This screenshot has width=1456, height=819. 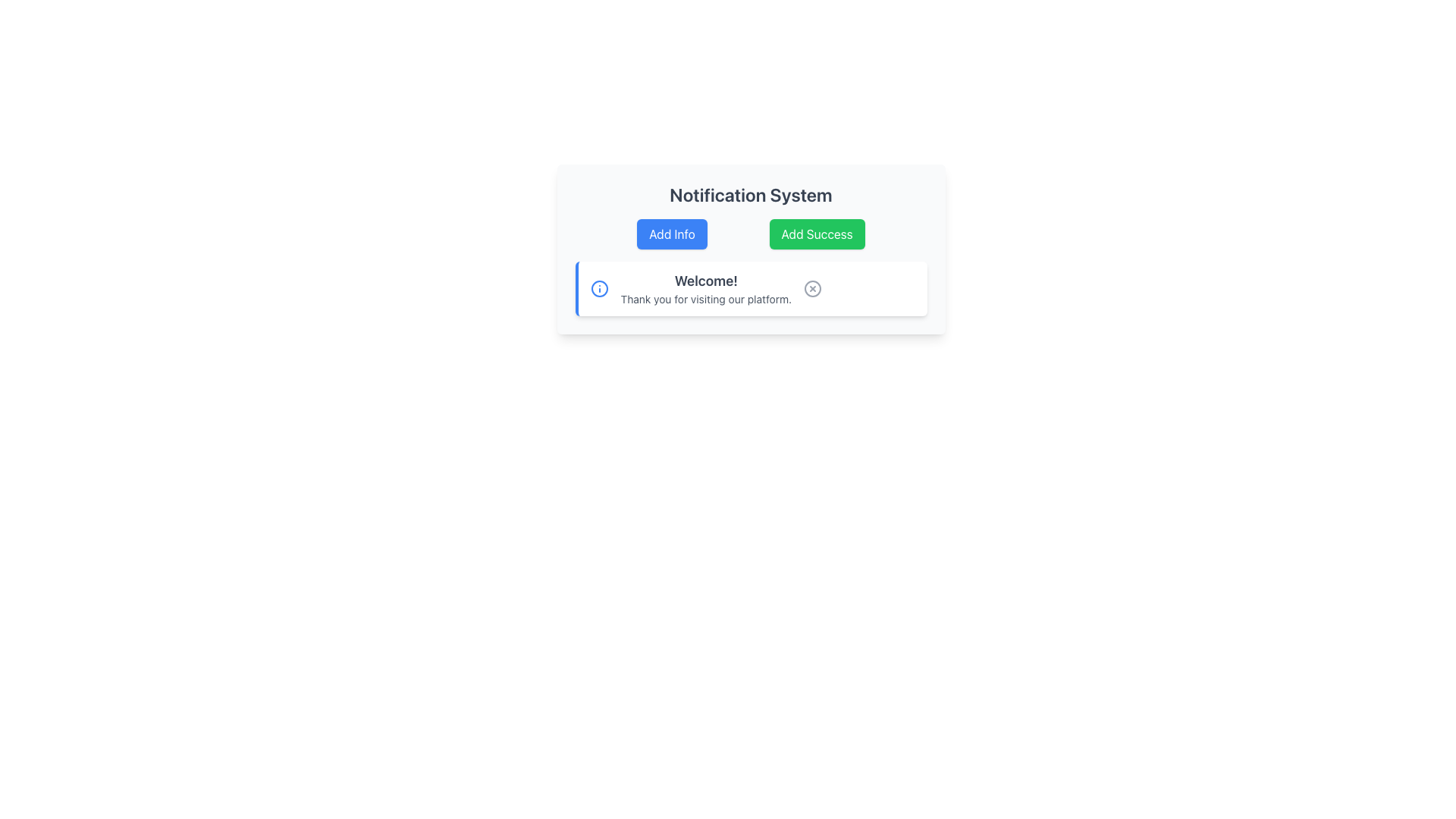 What do you see at coordinates (705, 289) in the screenshot?
I see `the static text block displaying 'Welcome!' and 'Thank you for visiting our platform.' which is centrally located in the notification card` at bounding box center [705, 289].